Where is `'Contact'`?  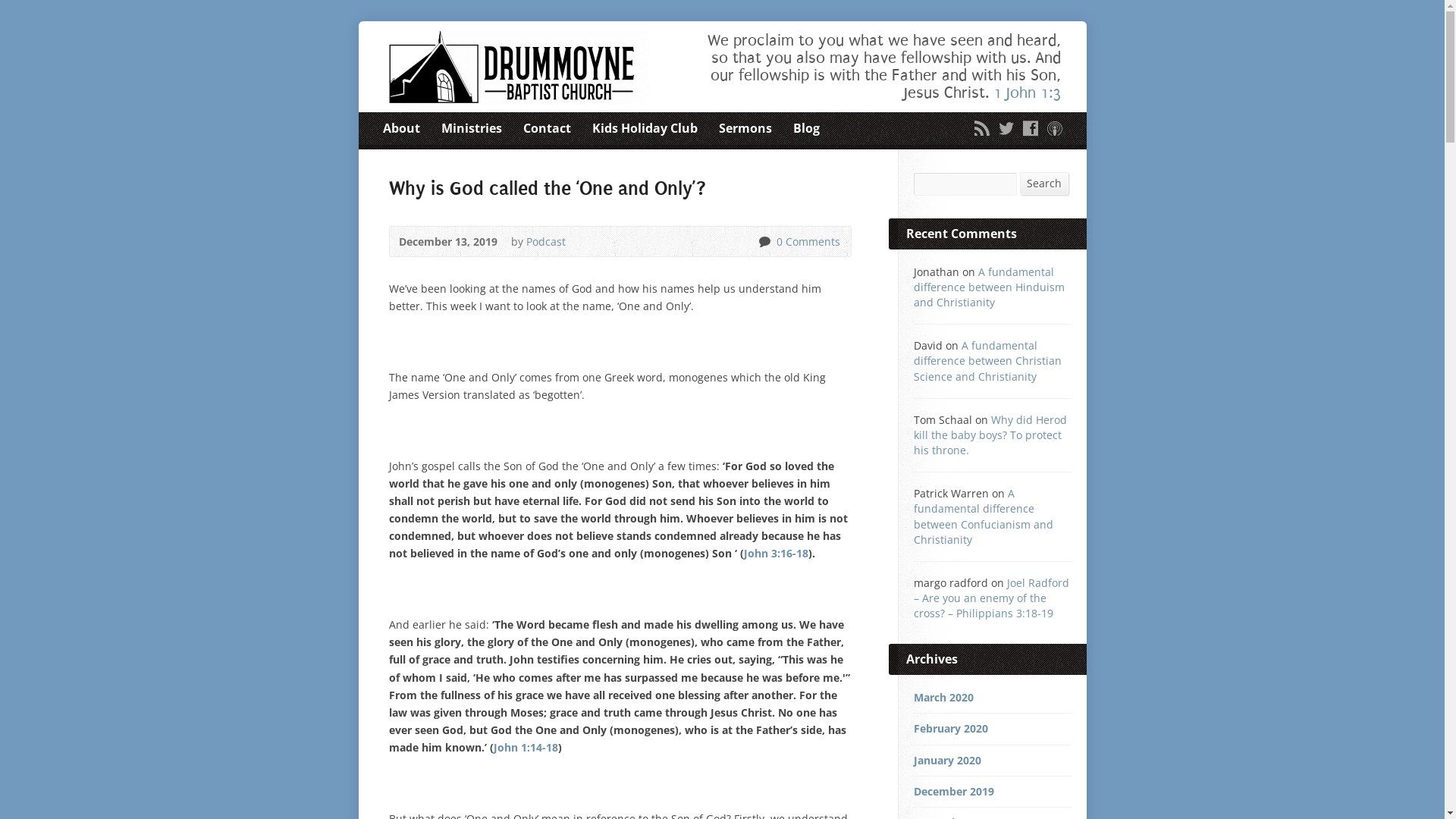
'Contact' is located at coordinates (523, 127).